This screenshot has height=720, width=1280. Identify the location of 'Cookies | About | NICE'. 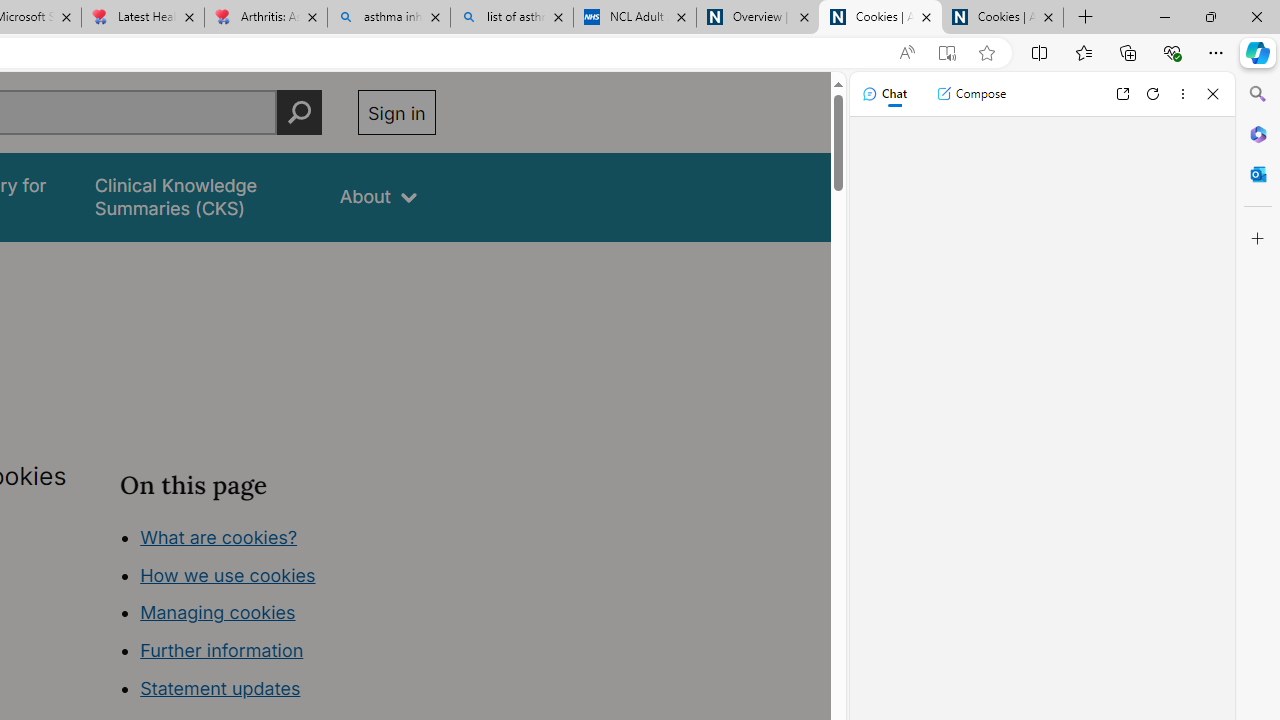
(1002, 17).